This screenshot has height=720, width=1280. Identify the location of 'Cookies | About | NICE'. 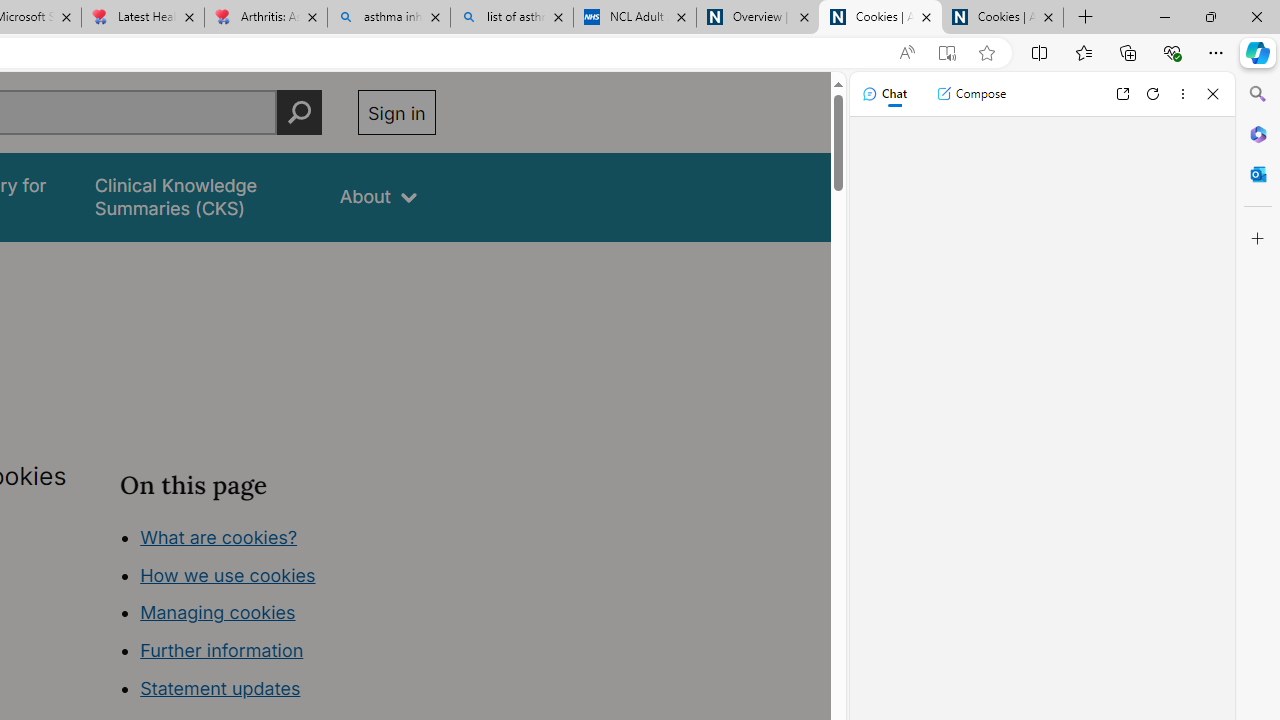
(1002, 17).